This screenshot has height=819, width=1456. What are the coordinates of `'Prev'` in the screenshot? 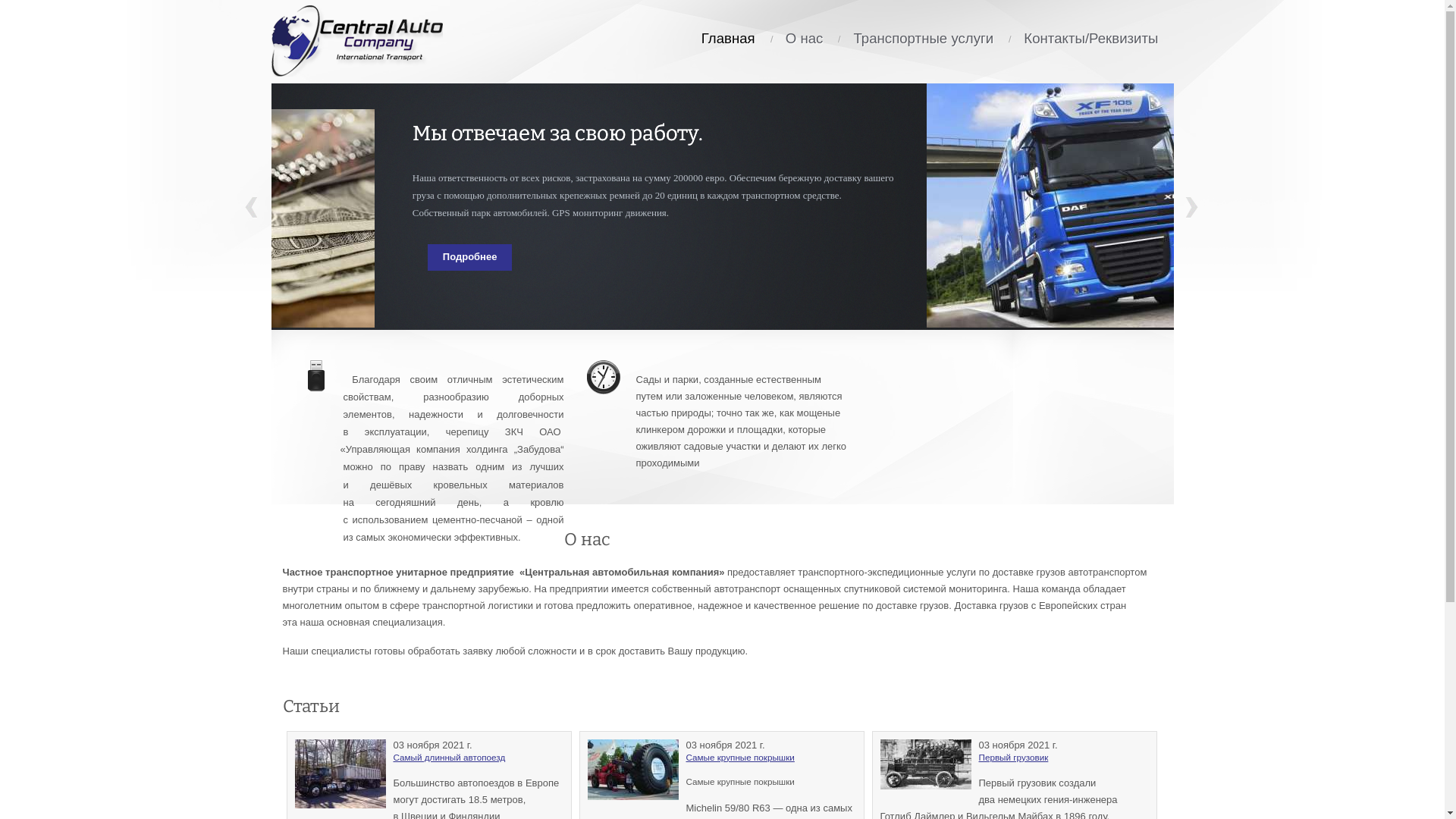 It's located at (251, 207).